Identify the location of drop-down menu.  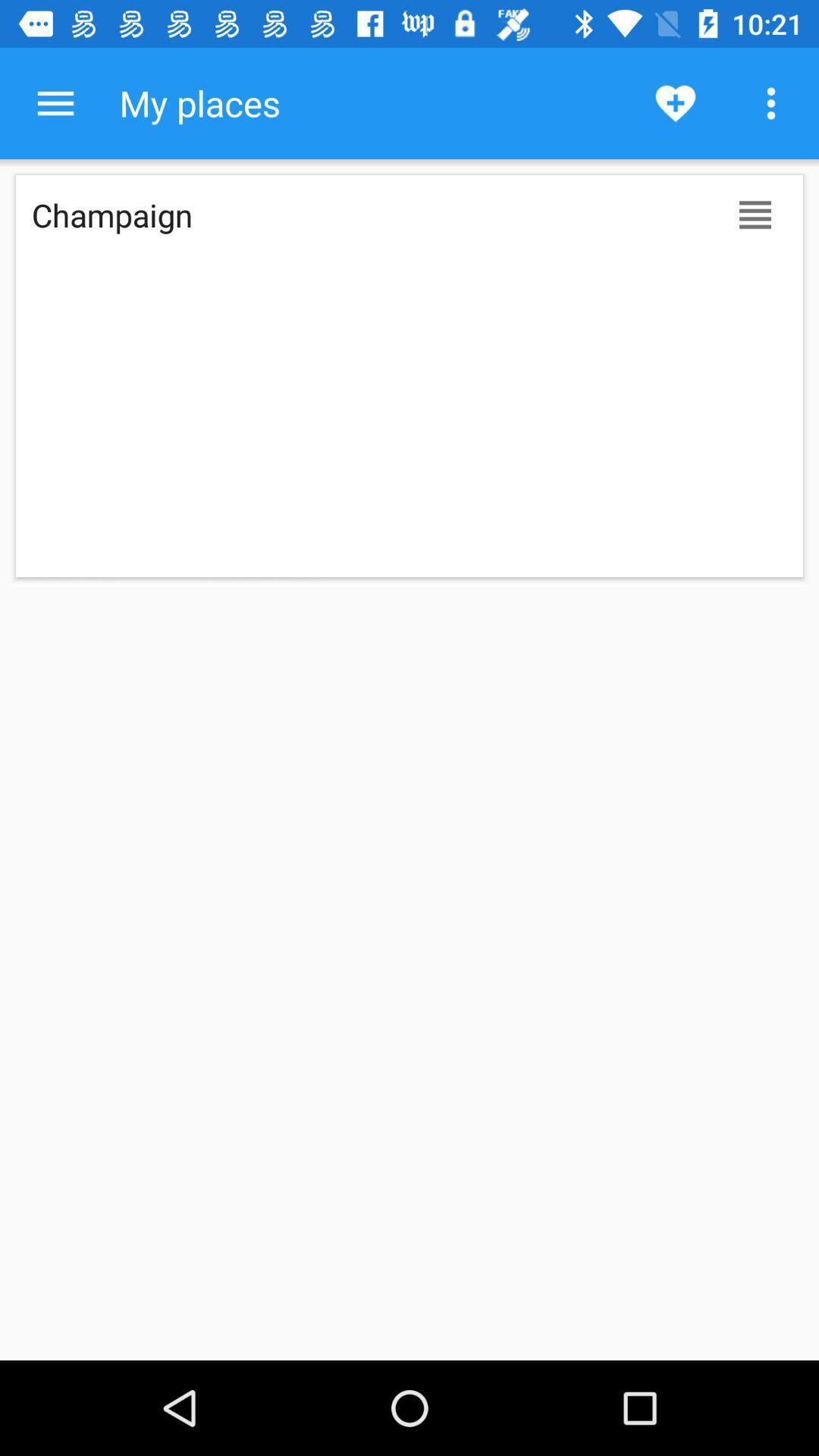
(55, 102).